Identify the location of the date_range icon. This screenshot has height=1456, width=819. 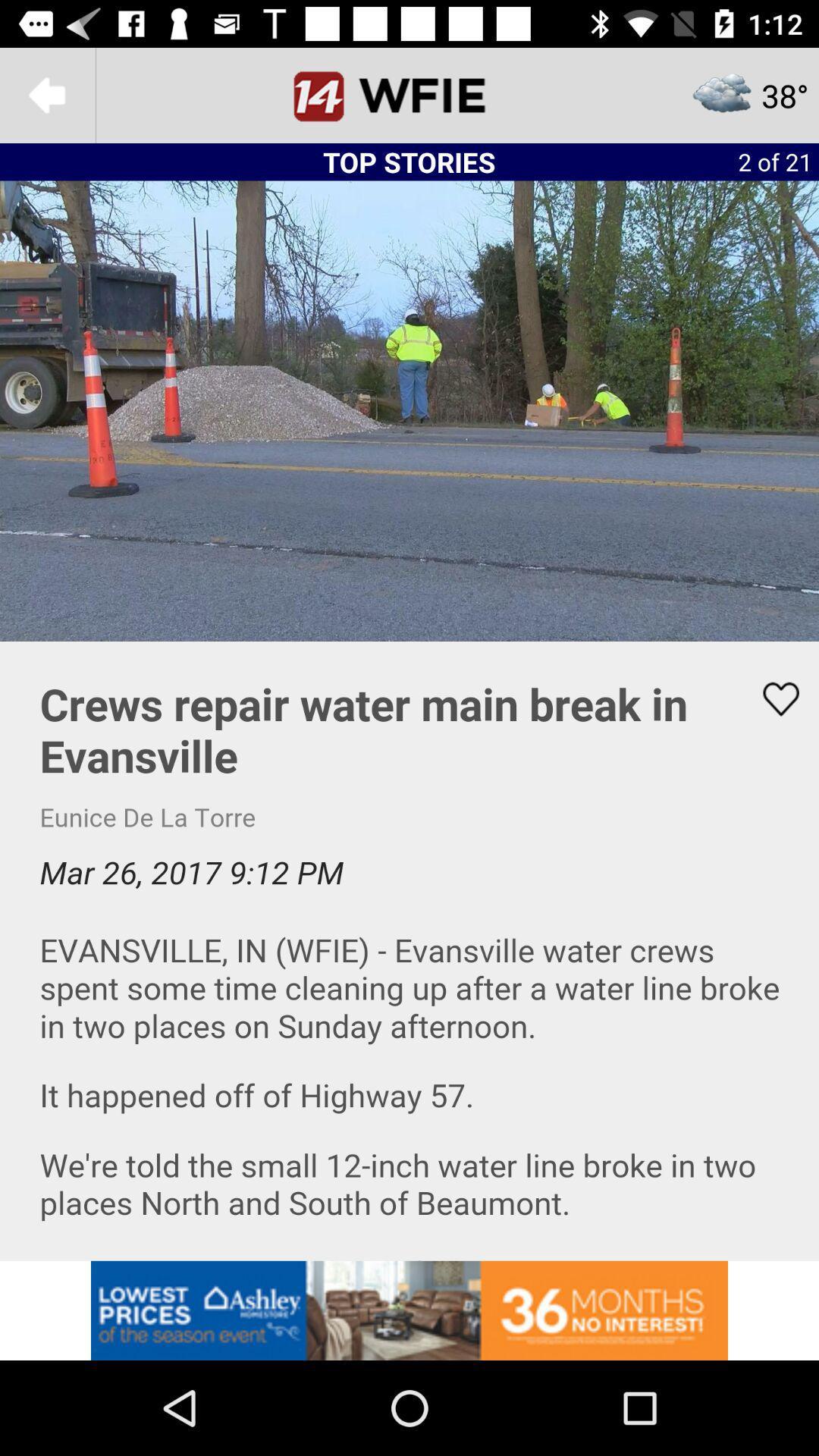
(409, 94).